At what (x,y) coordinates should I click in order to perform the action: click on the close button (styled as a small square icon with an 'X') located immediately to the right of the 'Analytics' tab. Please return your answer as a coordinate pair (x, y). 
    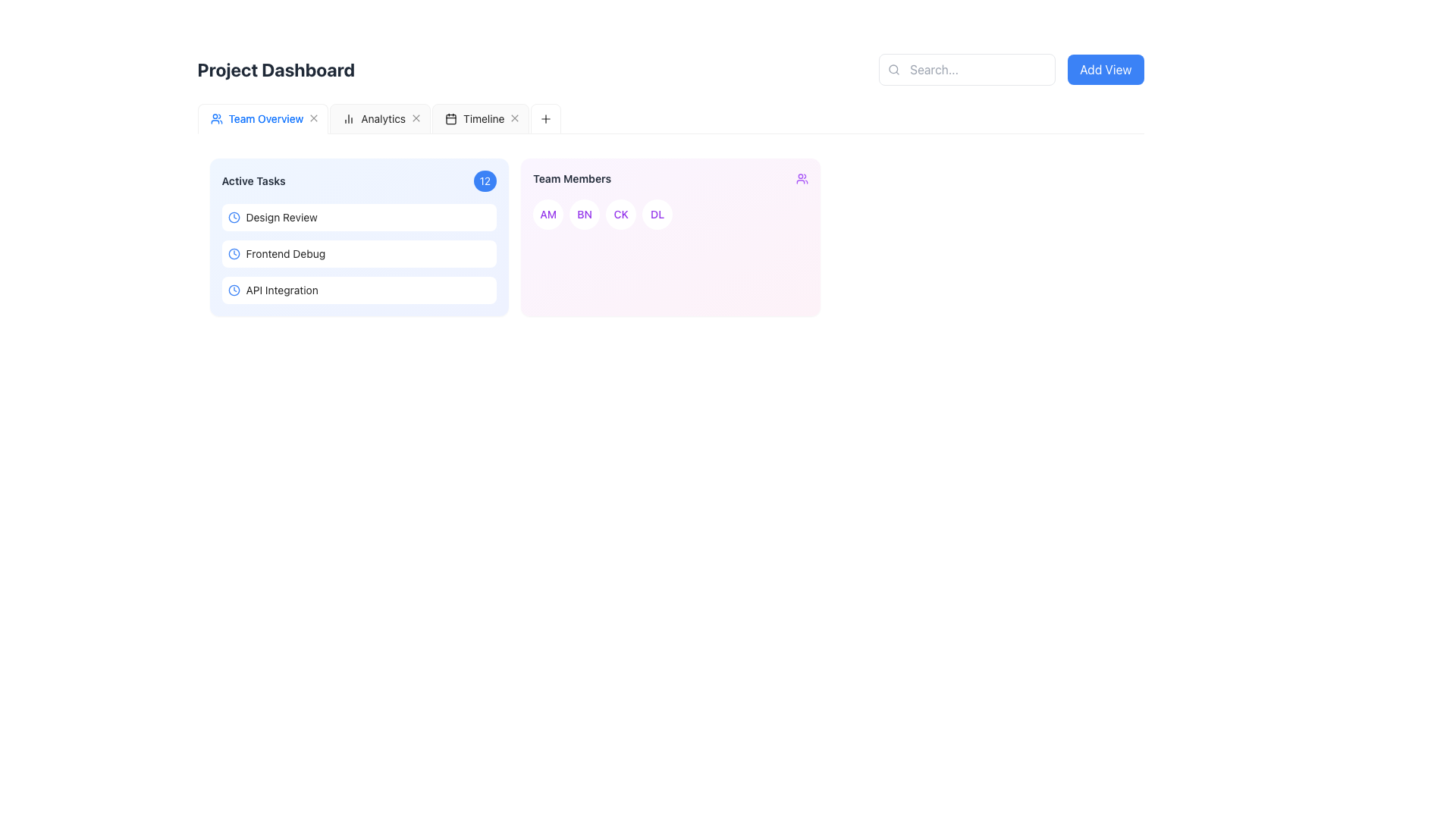
    Looking at the image, I should click on (416, 118).